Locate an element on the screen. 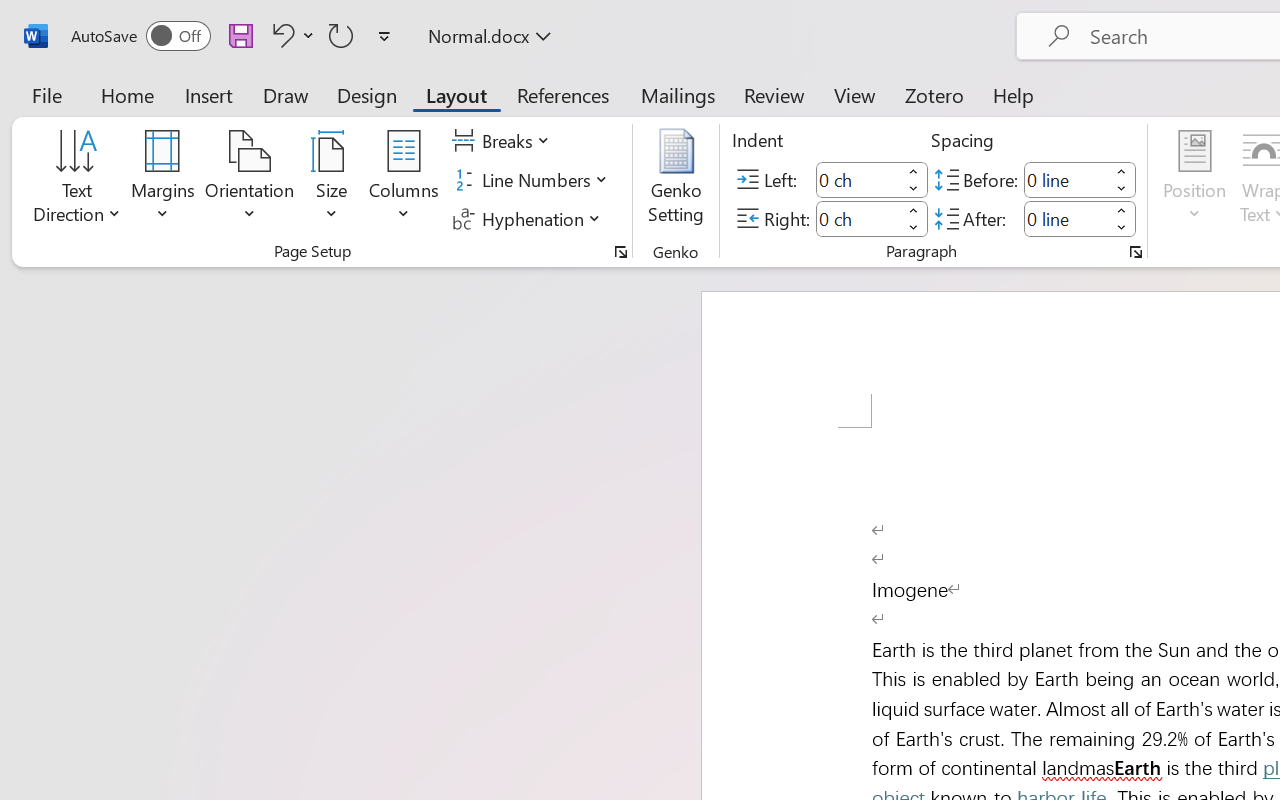 Image resolution: width=1280 pixels, height=800 pixels. 'Indent Right' is located at coordinates (858, 218).